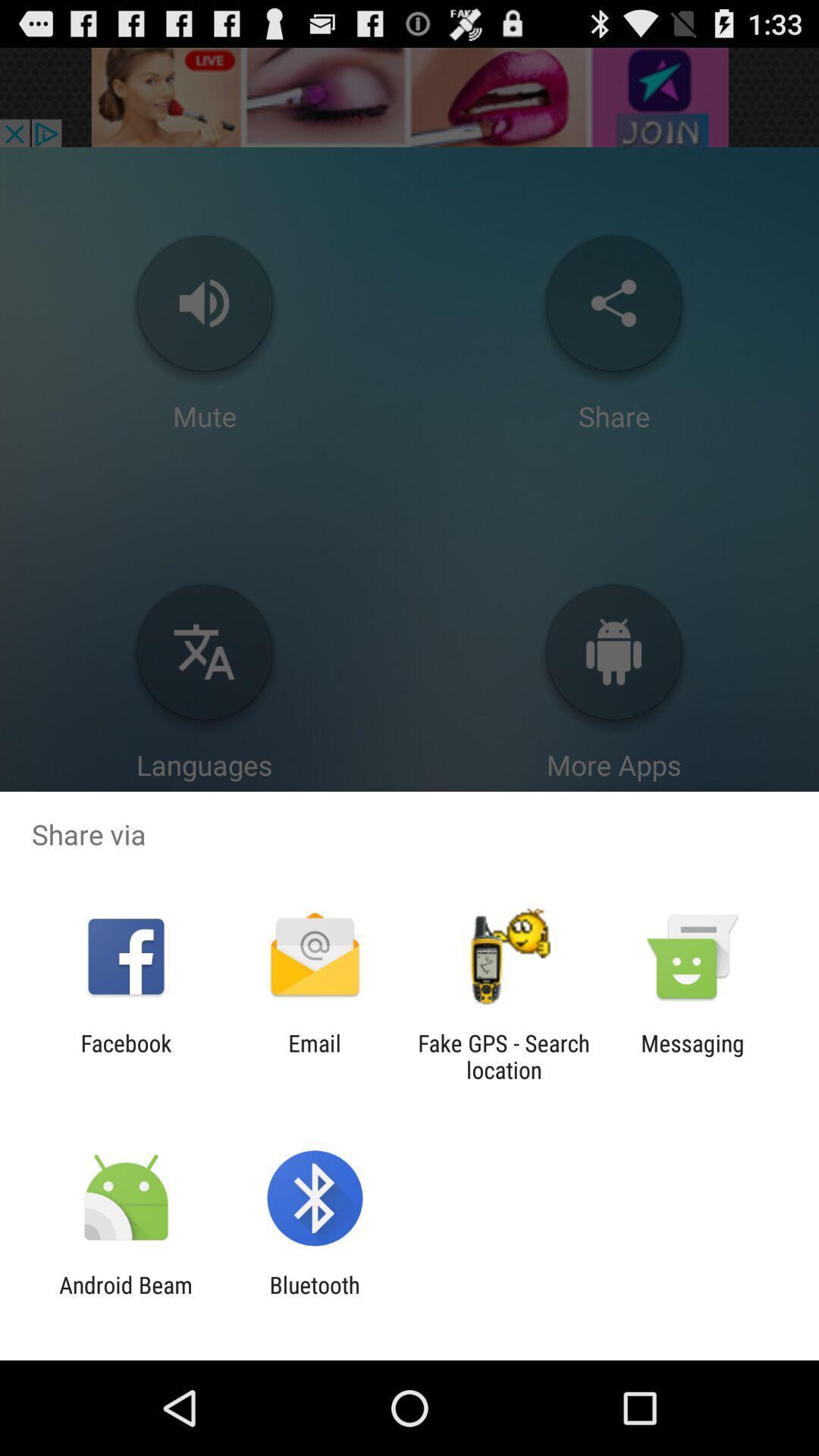 Image resolution: width=819 pixels, height=1456 pixels. What do you see at coordinates (692, 1056) in the screenshot?
I see `messaging` at bounding box center [692, 1056].